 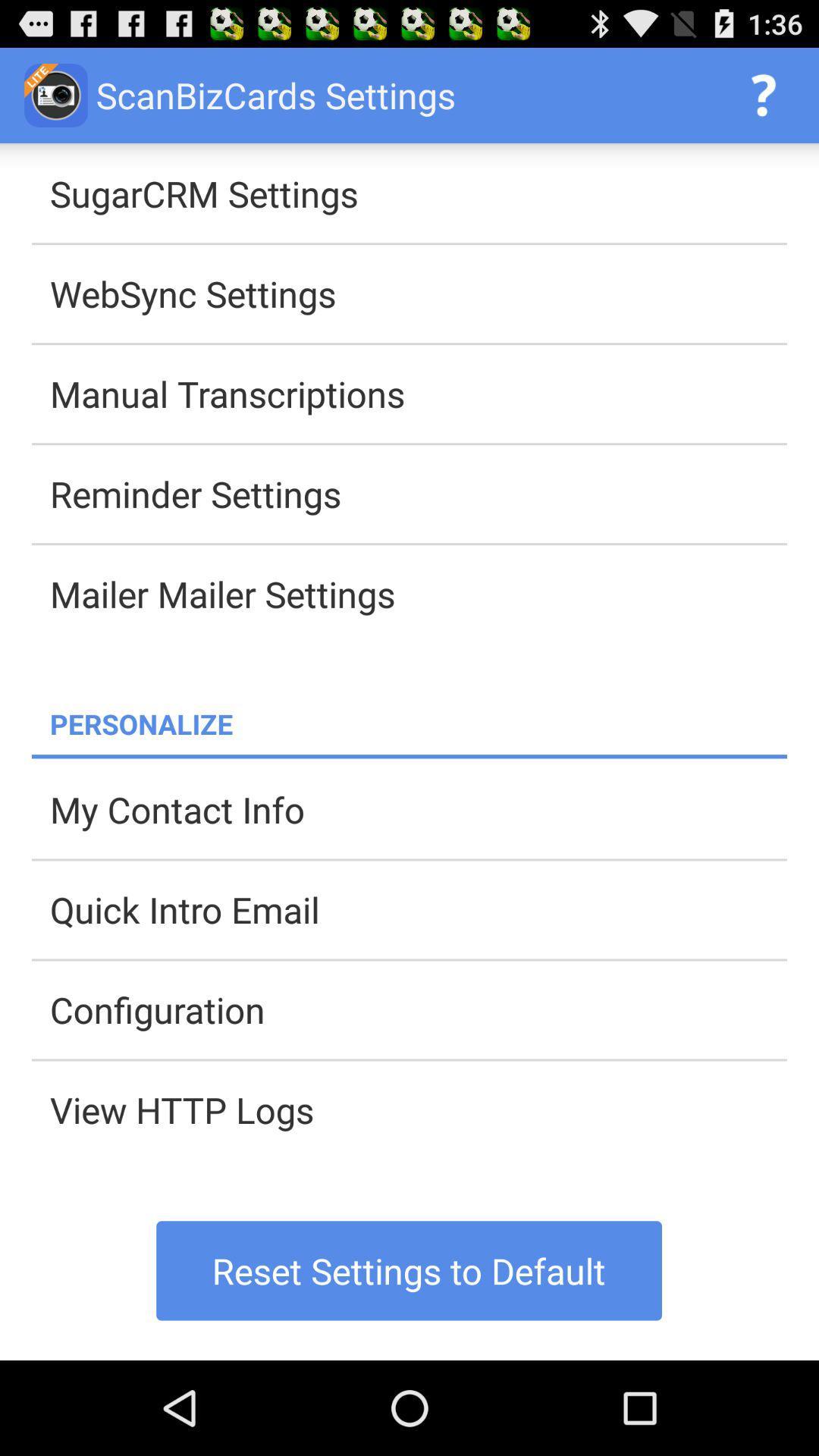 I want to click on the app above the manual transcriptions item, so click(x=418, y=293).